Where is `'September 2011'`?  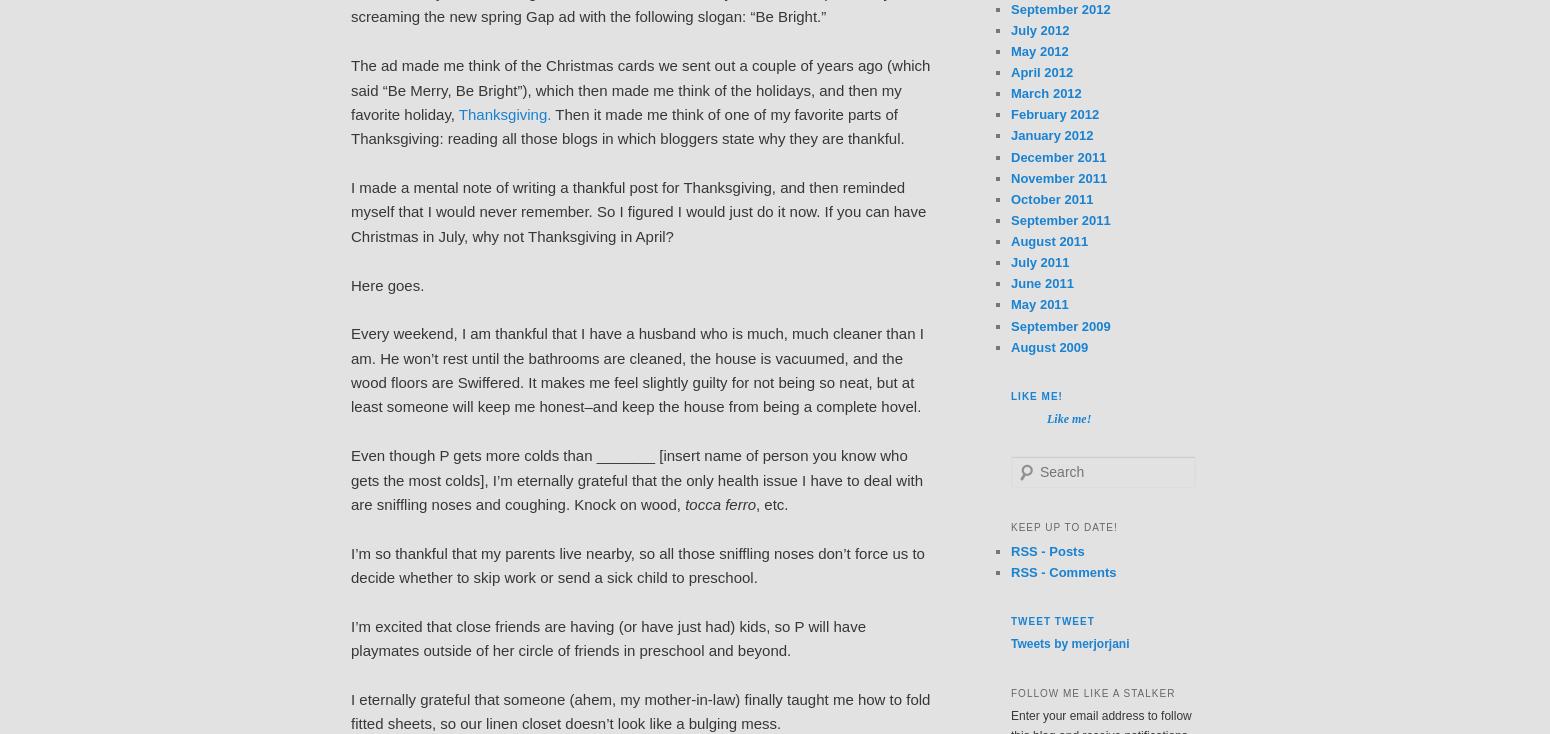
'September 2011' is located at coordinates (1060, 219).